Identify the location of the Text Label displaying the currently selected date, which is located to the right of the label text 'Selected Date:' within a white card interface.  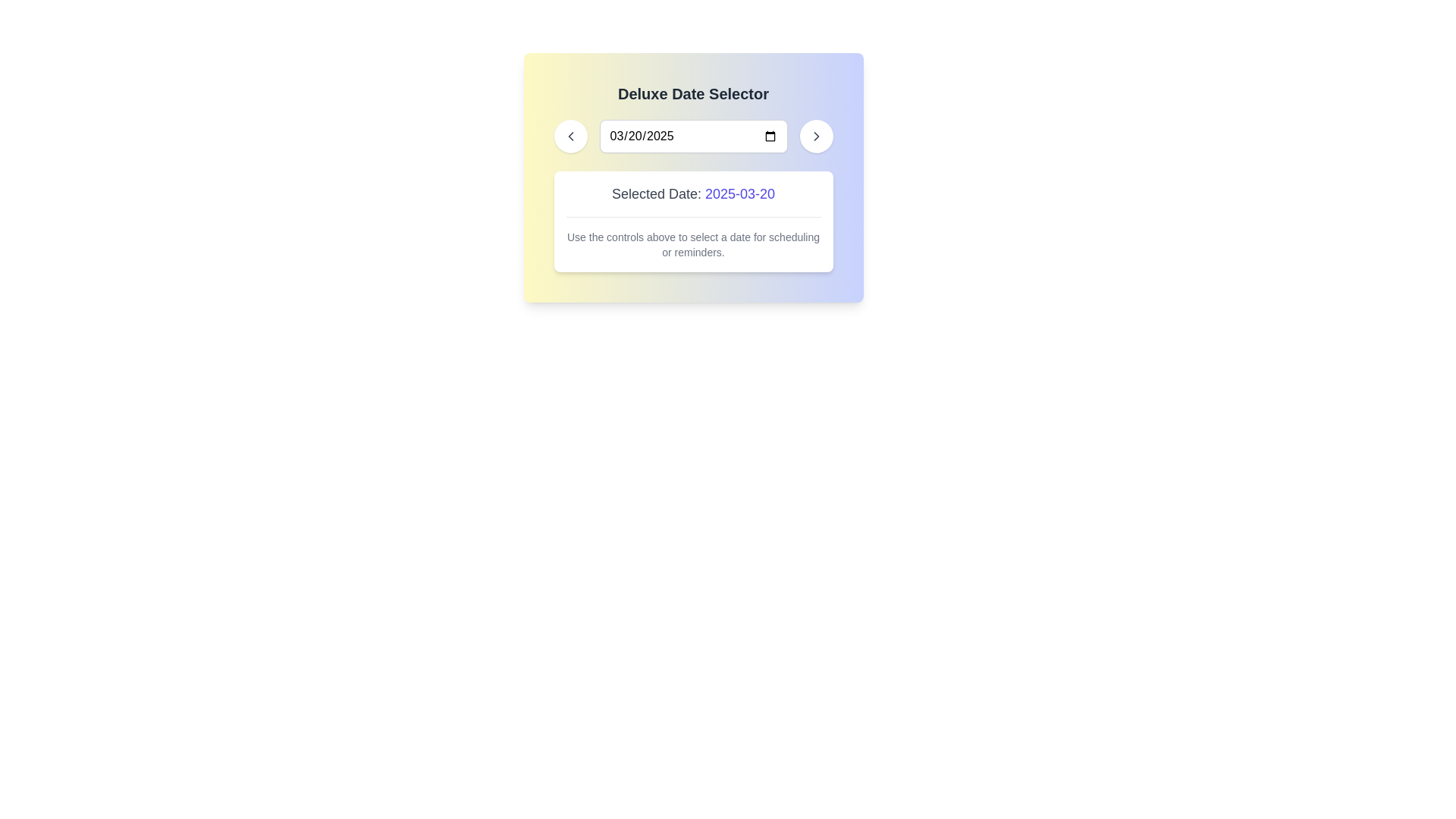
(740, 193).